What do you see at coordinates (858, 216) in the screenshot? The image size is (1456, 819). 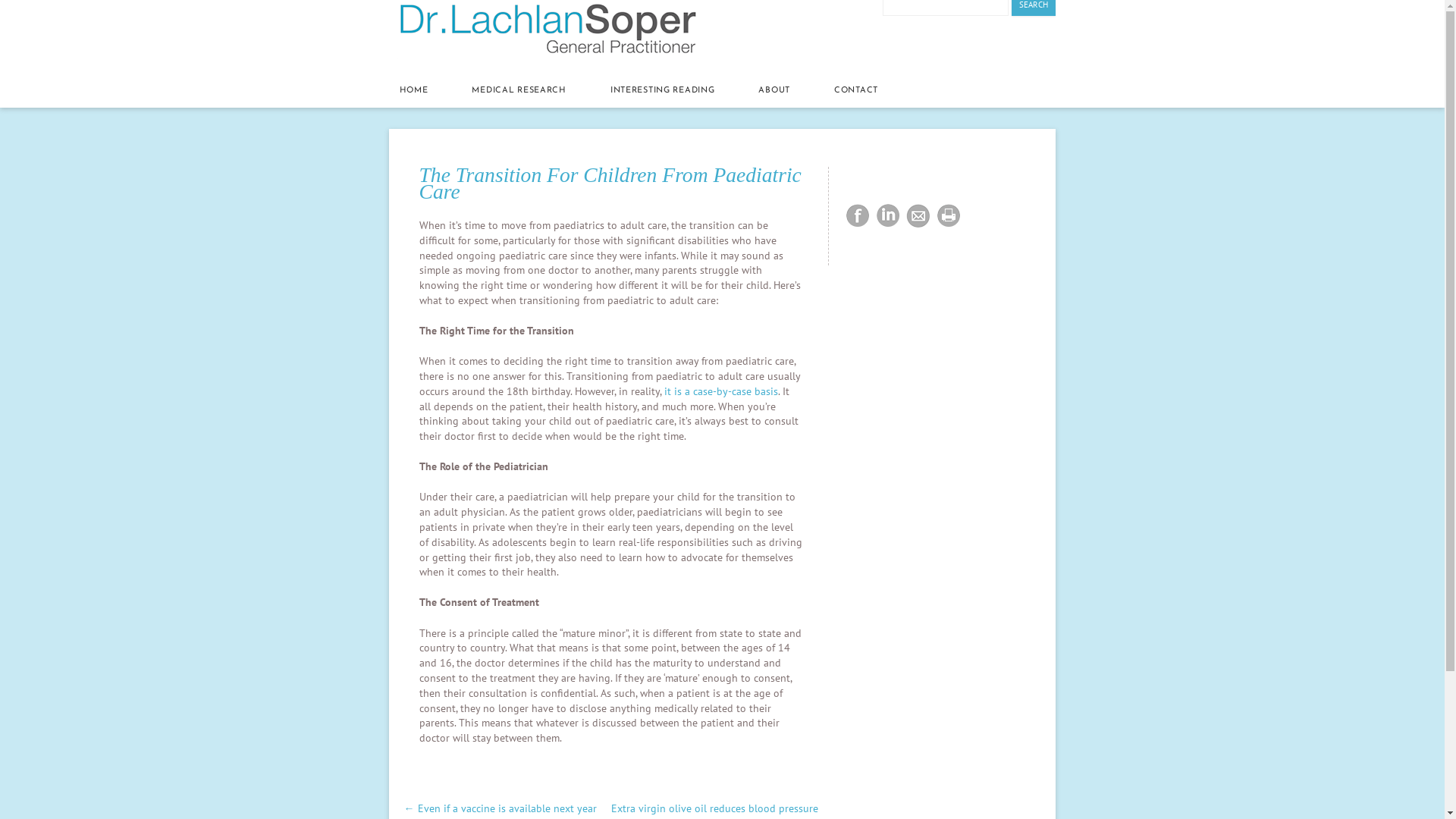 I see `'Facebook'` at bounding box center [858, 216].